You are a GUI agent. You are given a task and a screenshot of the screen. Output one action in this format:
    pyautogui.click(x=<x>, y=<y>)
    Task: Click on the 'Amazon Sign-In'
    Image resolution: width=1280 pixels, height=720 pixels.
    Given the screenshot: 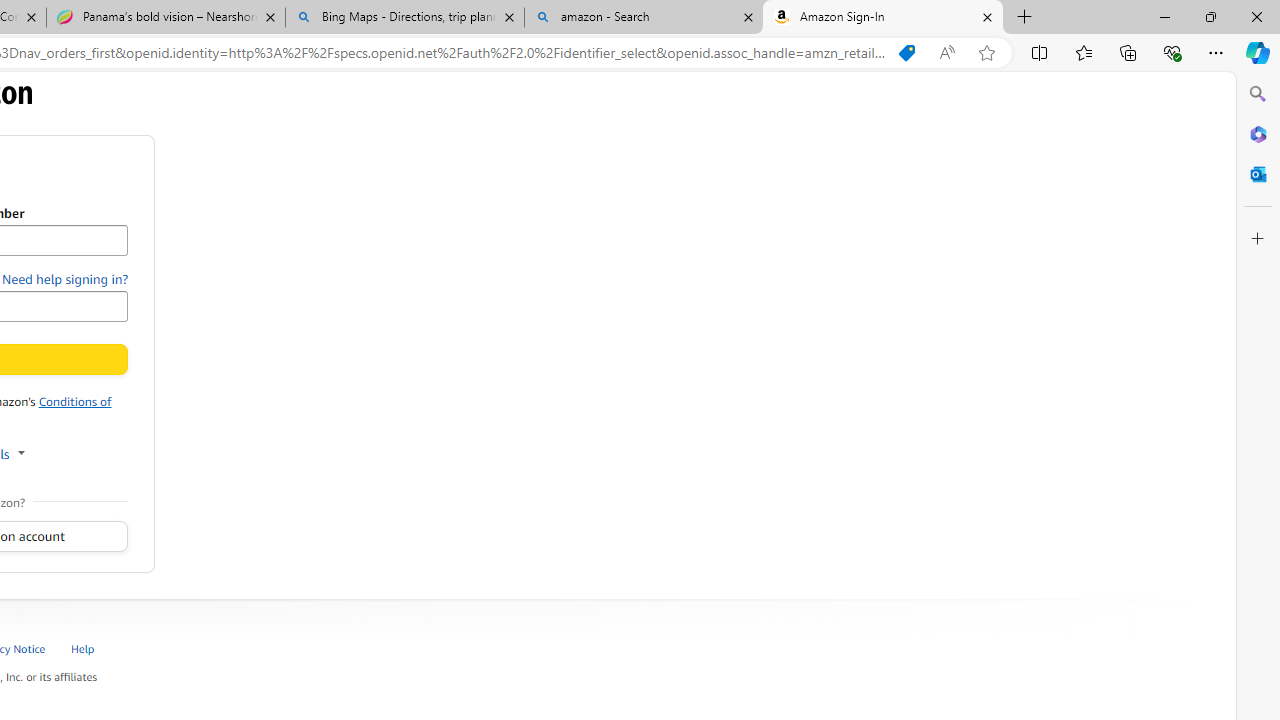 What is the action you would take?
    pyautogui.click(x=882, y=17)
    